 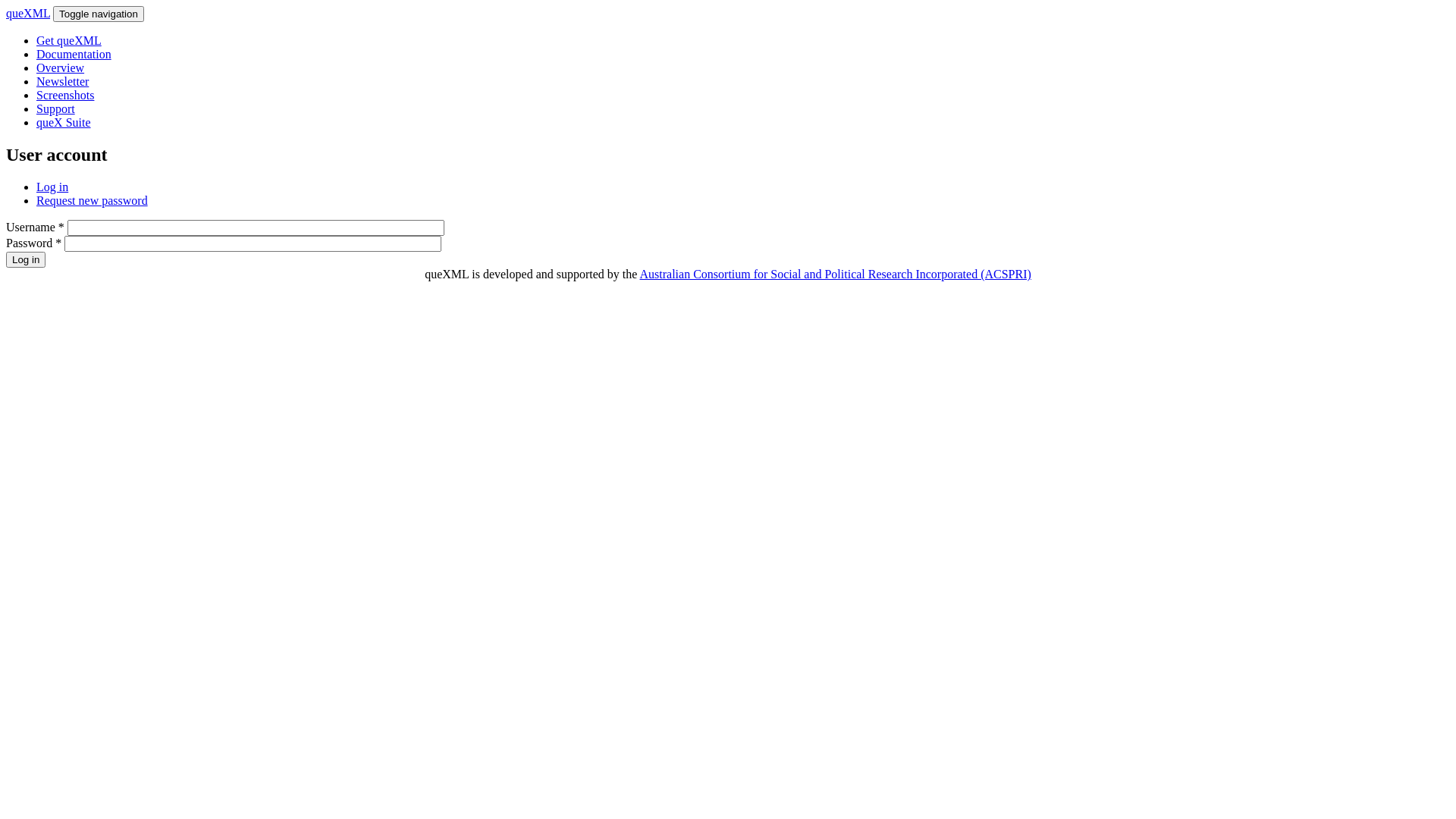 I want to click on 'Log in, so click(x=52, y=186).